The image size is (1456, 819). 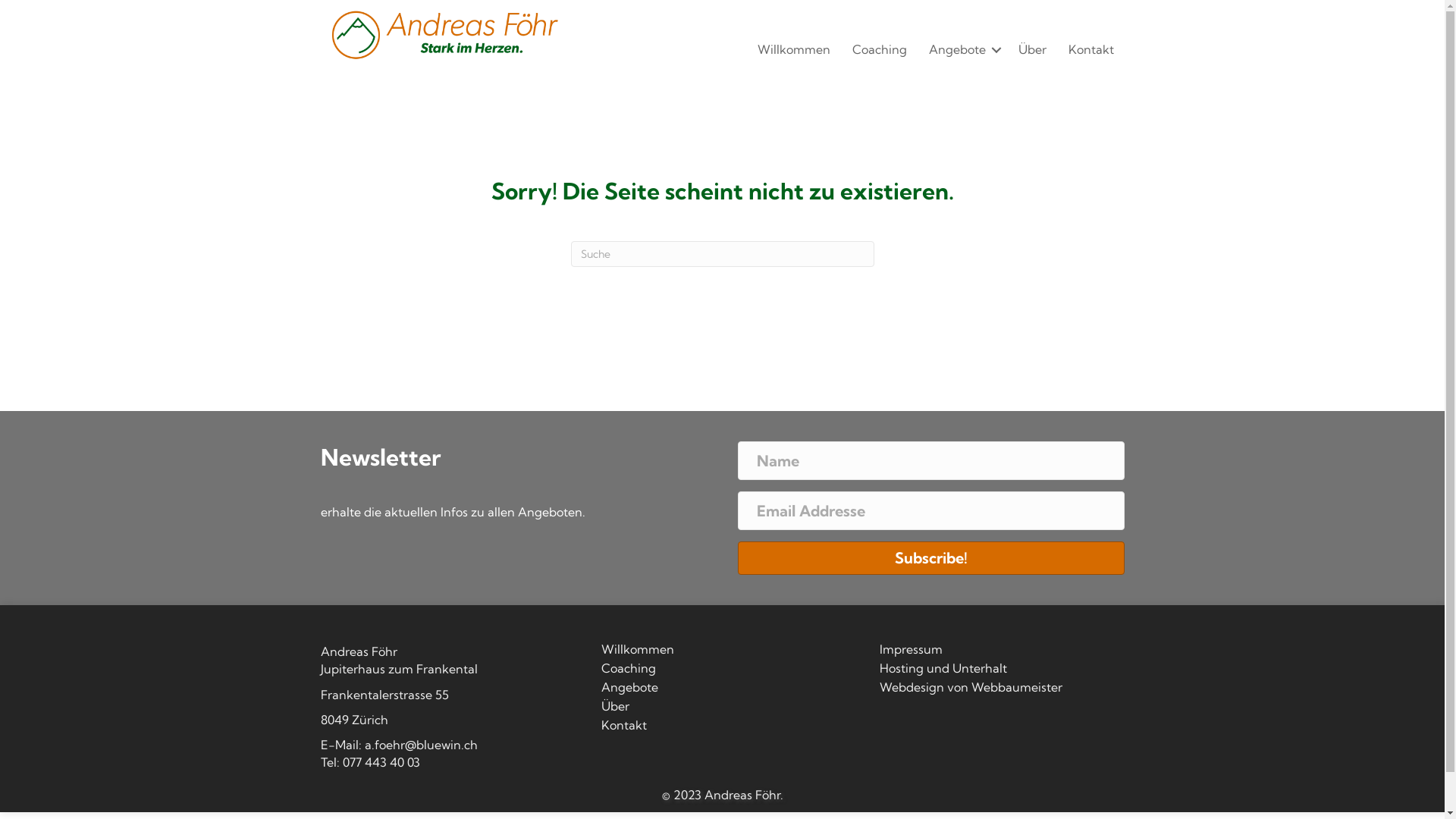 I want to click on 'Webdesign von Webbaumeister', so click(x=877, y=690).